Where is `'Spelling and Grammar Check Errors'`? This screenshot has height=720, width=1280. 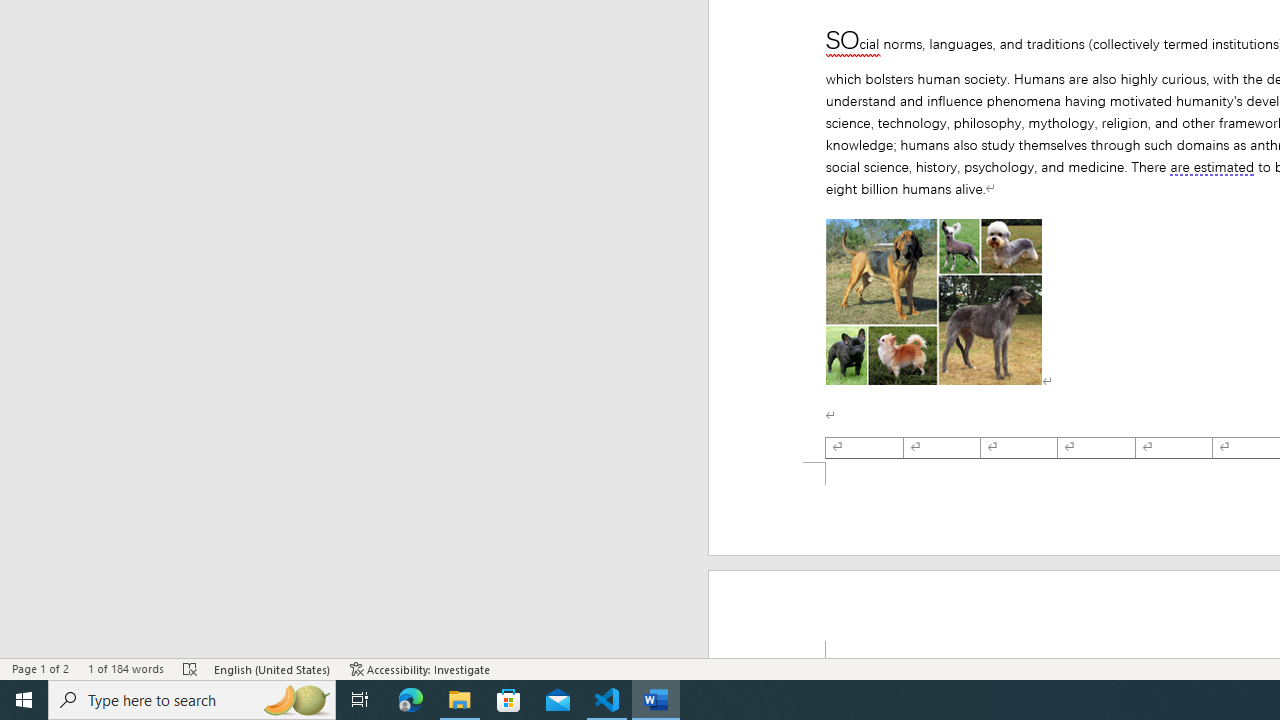 'Spelling and Grammar Check Errors' is located at coordinates (191, 669).